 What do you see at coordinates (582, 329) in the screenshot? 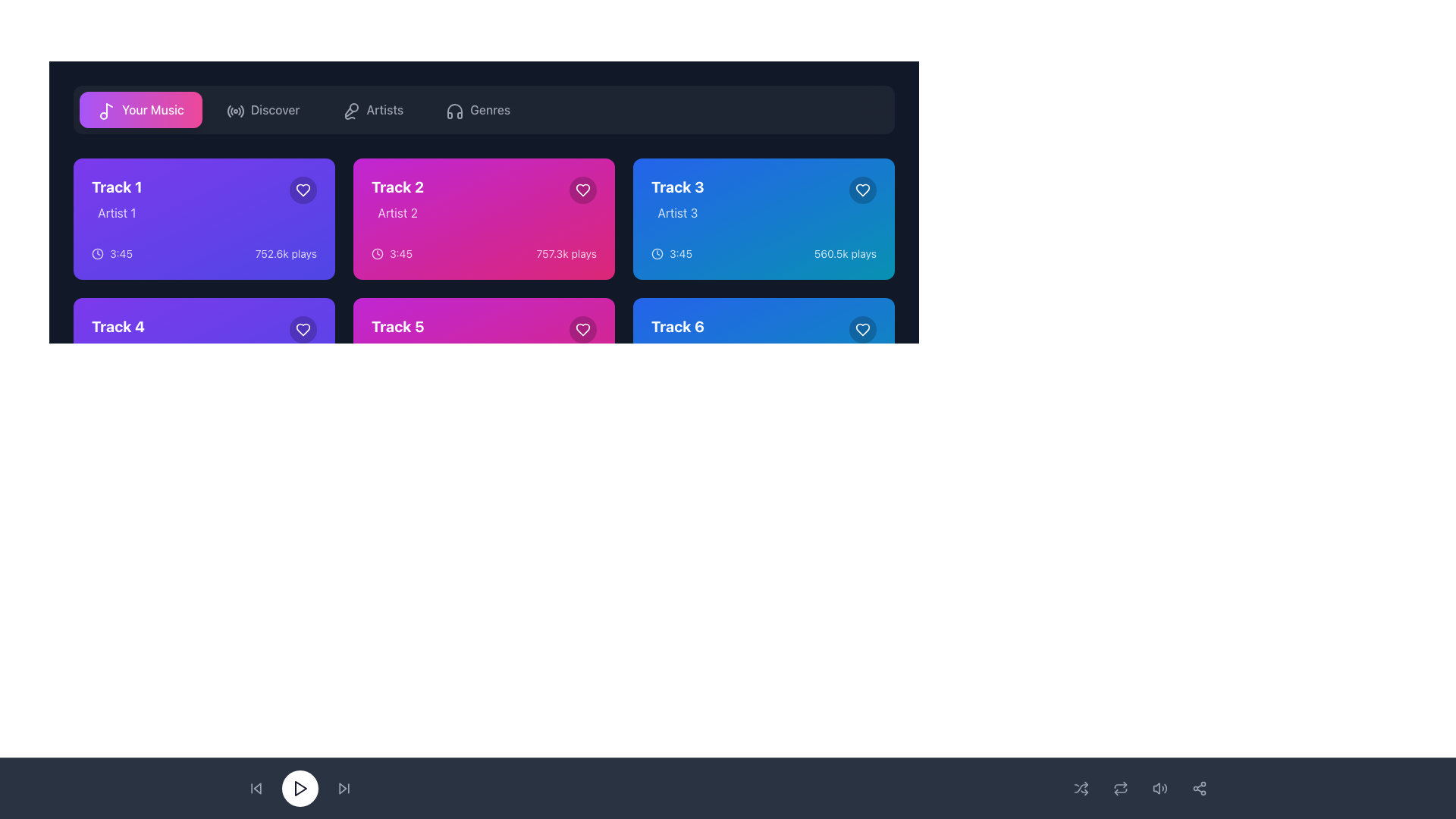
I see `the button located at the top-right corner of the tile for 'Track 5', allowing keyboard navigation to mark it as a favorite` at bounding box center [582, 329].